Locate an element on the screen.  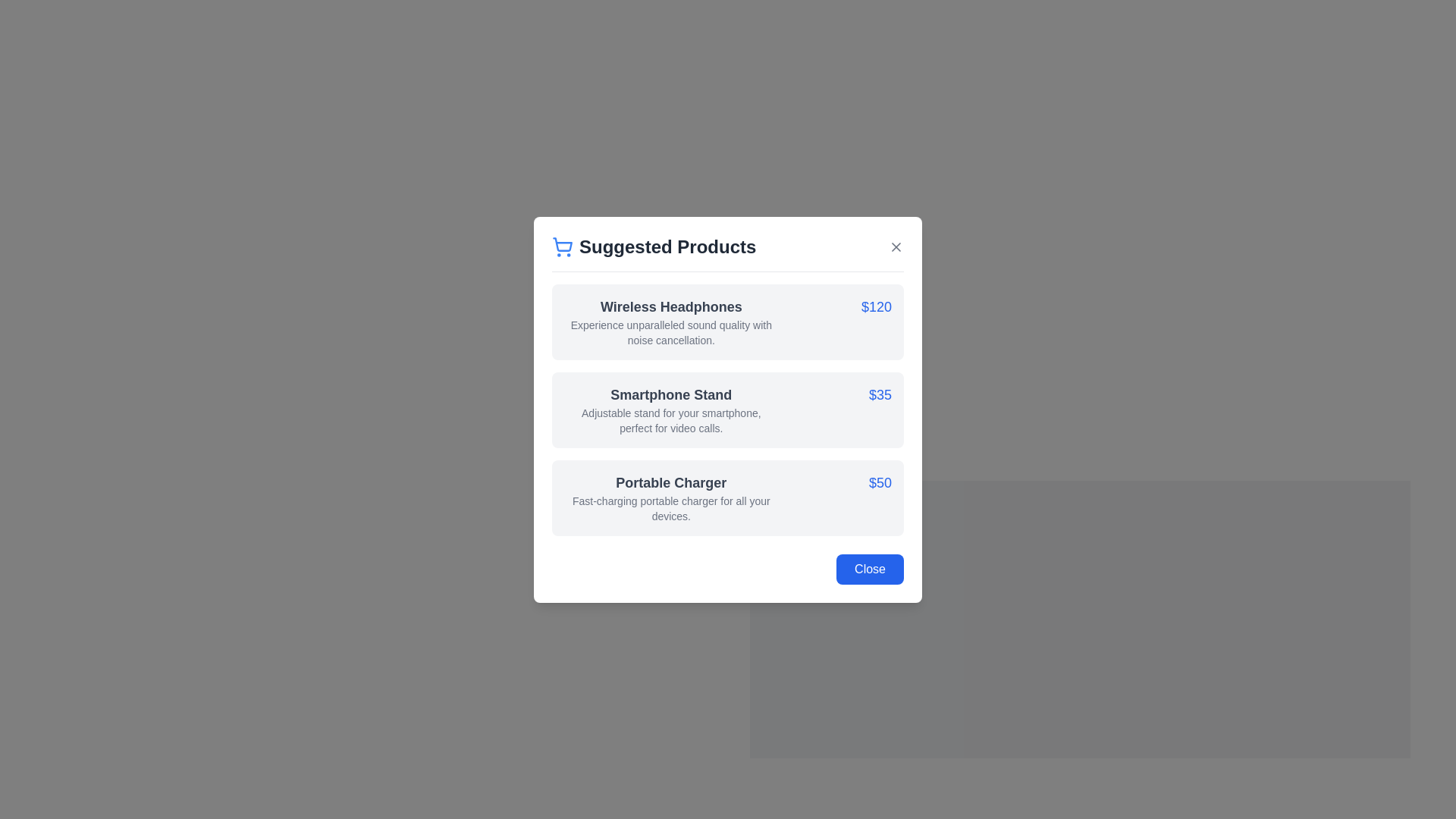
the text label displaying 'Portable Charger', which is styled in a bold and larger font, located in the third item of a vertical list within a centered modal is located at coordinates (670, 482).